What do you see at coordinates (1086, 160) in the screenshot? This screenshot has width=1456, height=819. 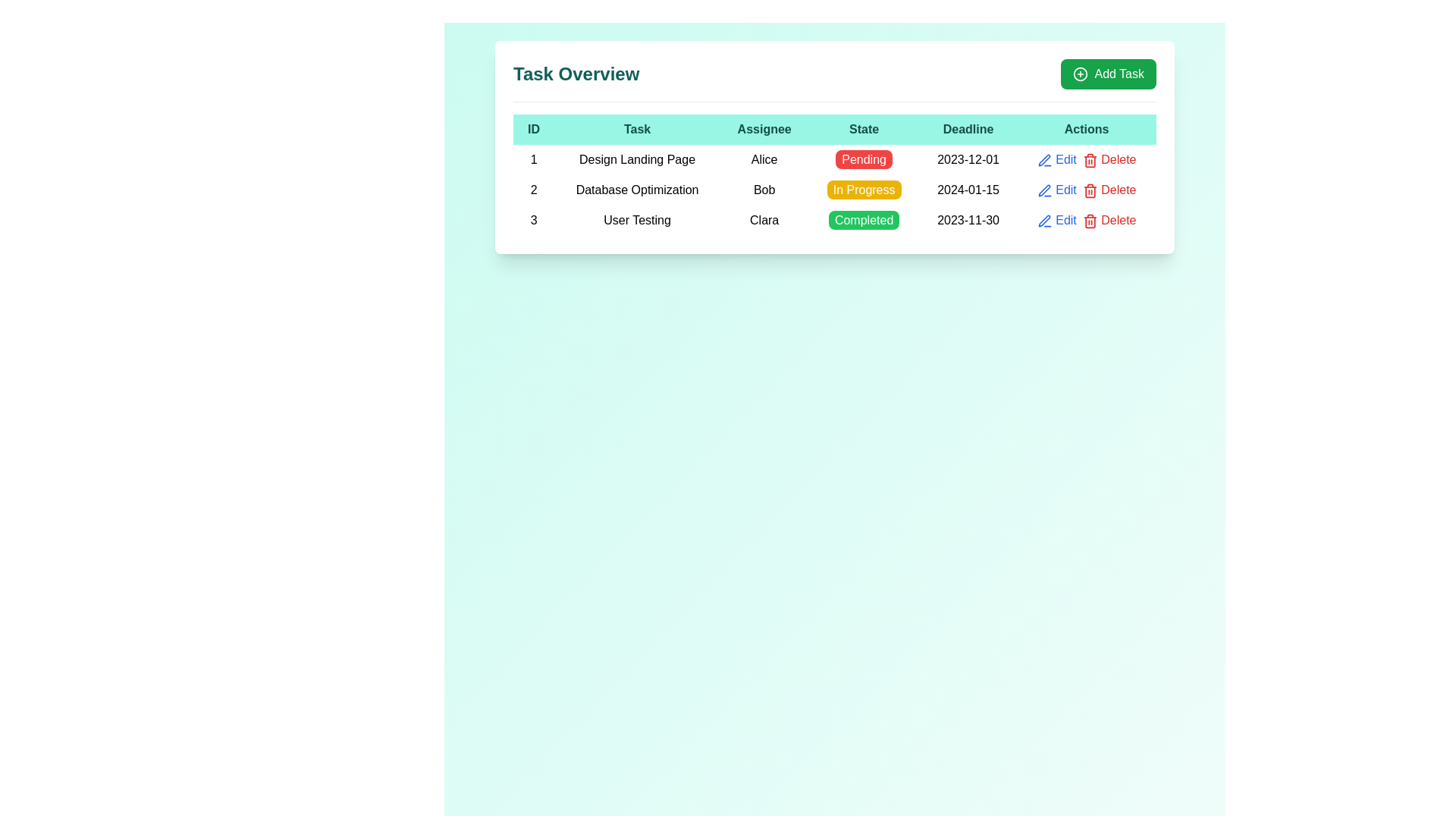 I see `the interactive text links 'Edit' and 'Delete' in the Actions column, which are accompanied by a pencil and trash bin icon` at bounding box center [1086, 160].